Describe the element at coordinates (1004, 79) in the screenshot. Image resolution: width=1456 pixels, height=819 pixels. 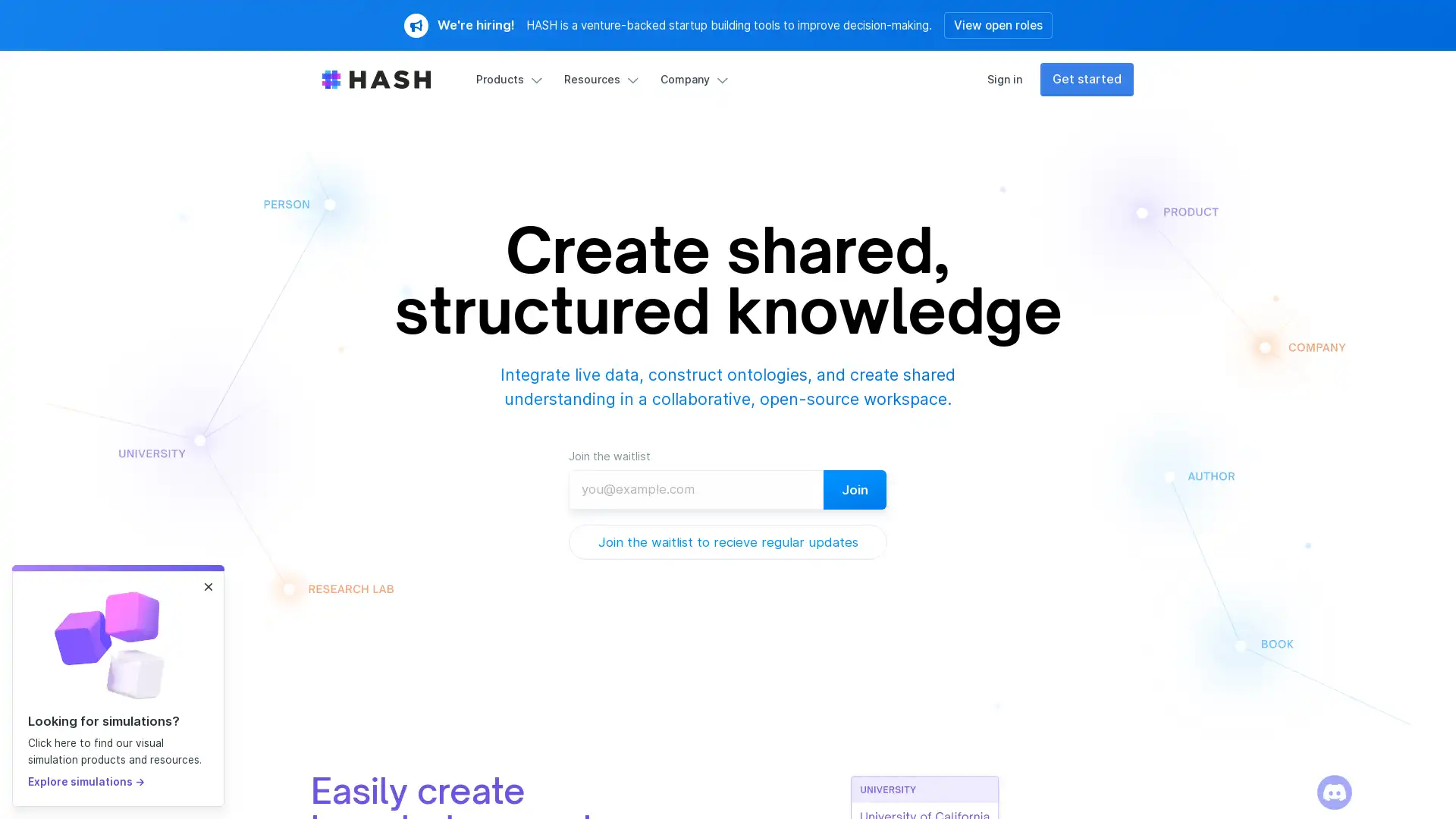
I see `Sign in` at that location.